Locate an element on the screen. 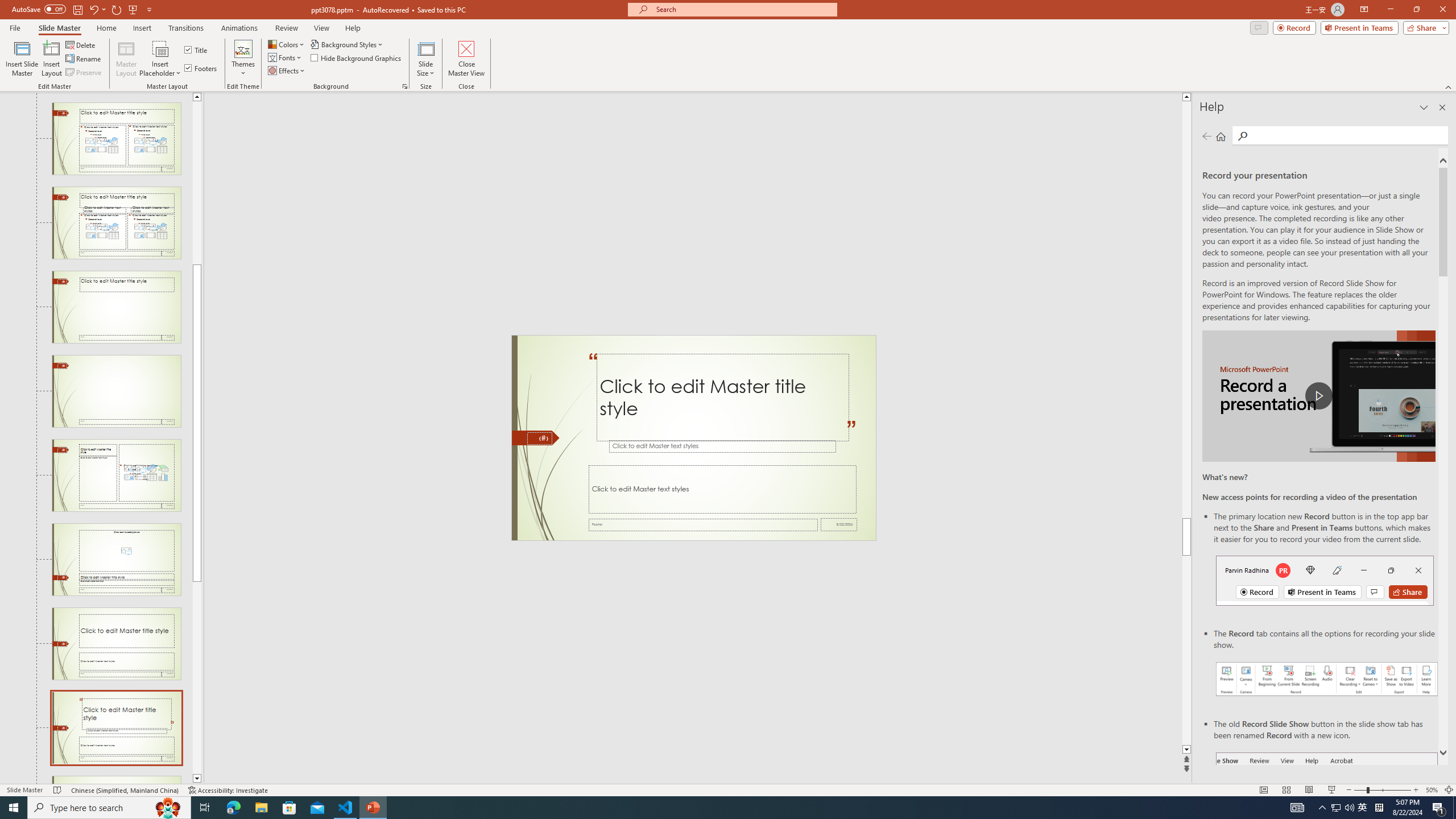 This screenshot has width=1456, height=819. 'Insert Slide Master' is located at coordinates (21, 59).